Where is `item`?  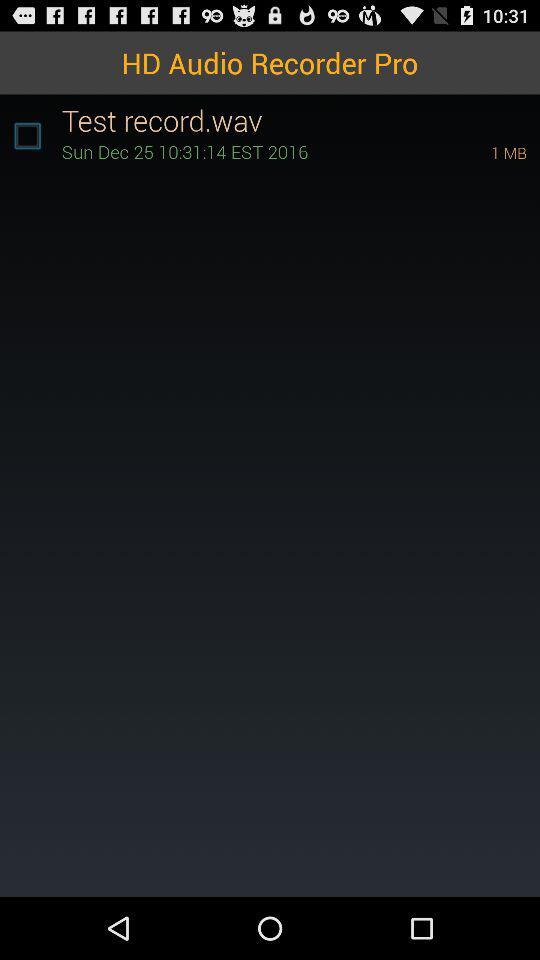 item is located at coordinates (26, 135).